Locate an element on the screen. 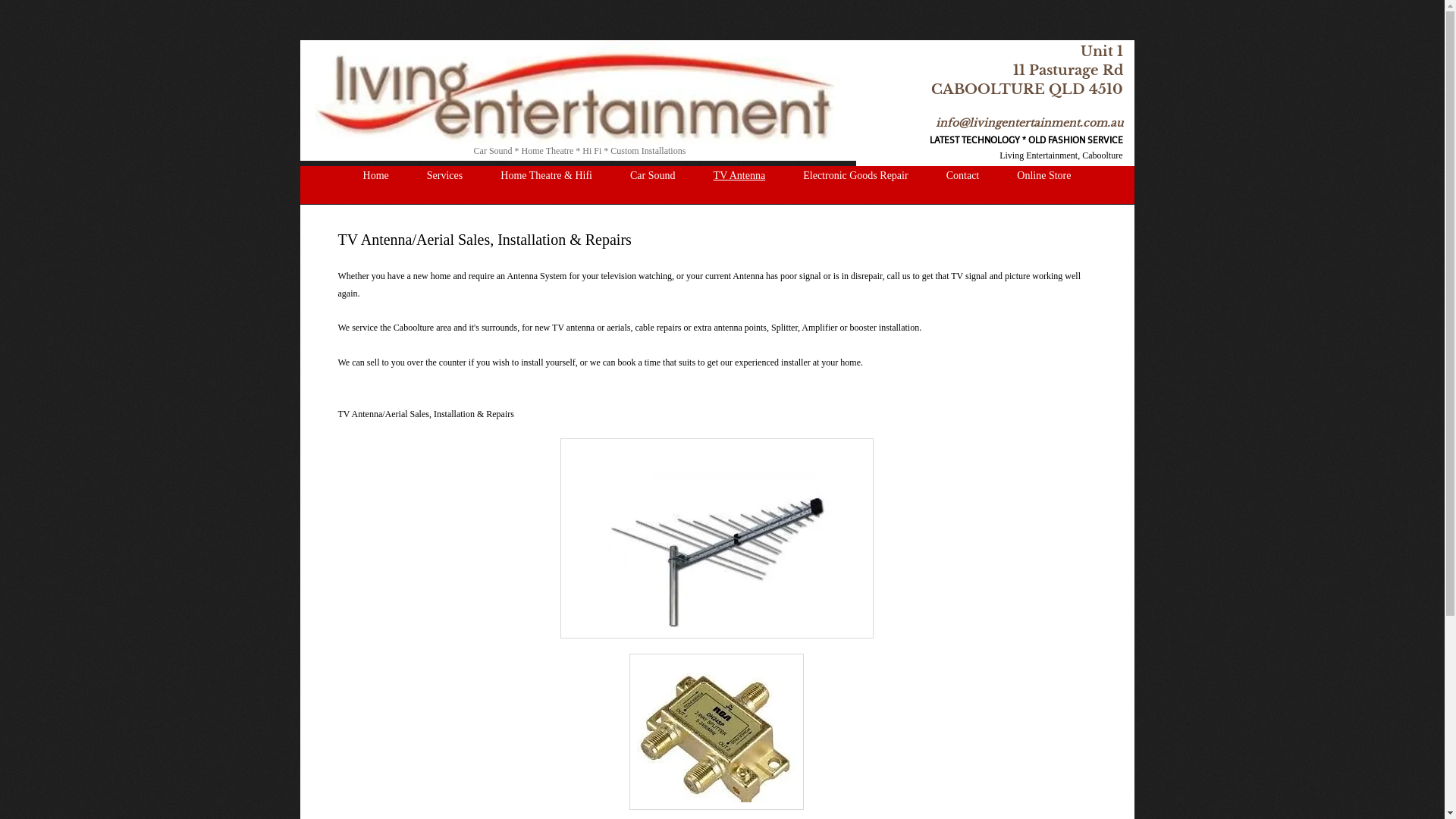 This screenshot has height=819, width=1456. 'Home Theatre & Hifi' is located at coordinates (546, 174).